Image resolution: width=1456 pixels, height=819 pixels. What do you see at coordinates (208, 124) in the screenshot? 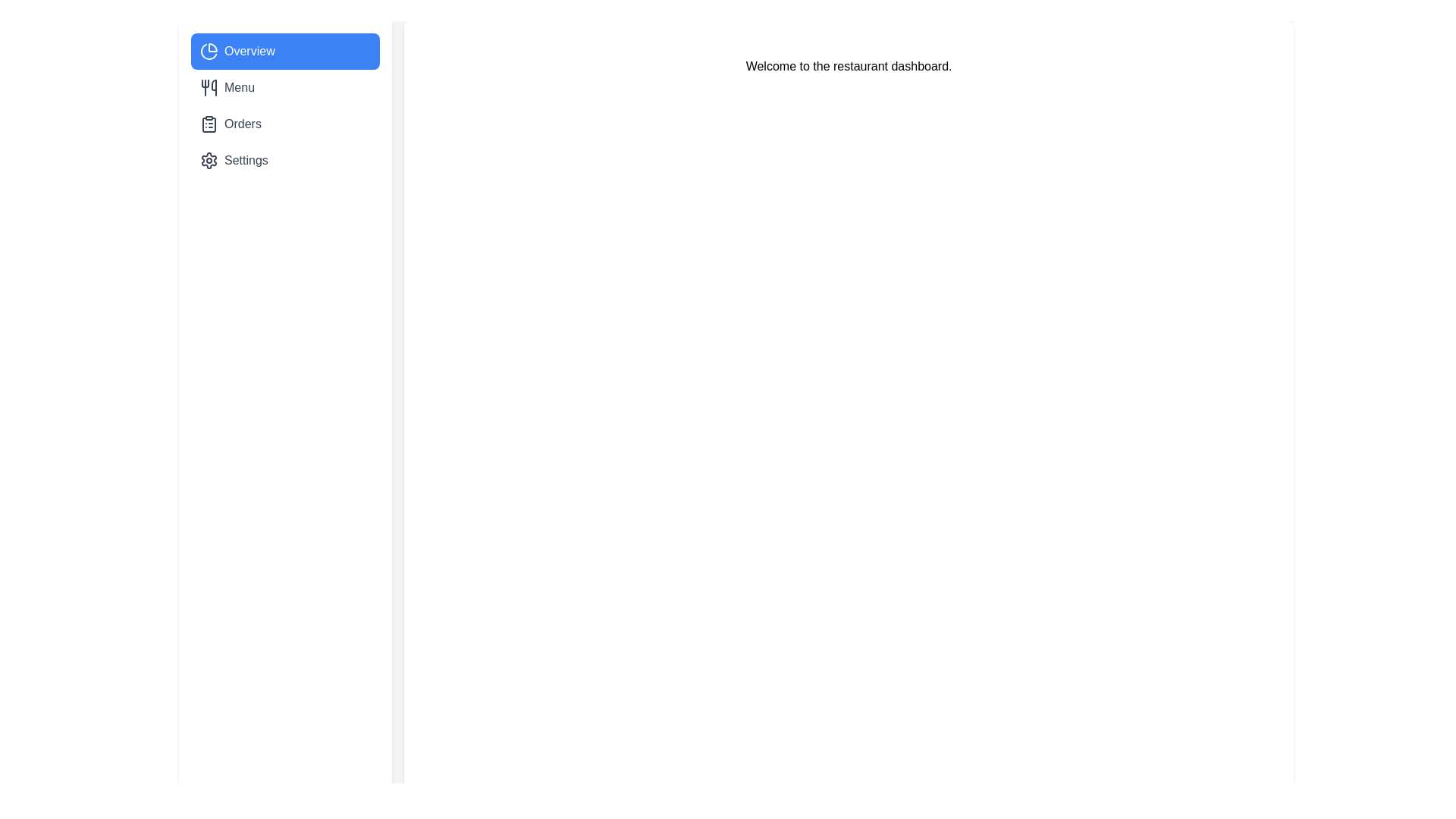
I see `the small clipboard icon located to the left of the 'Orders' text in the navigation menu` at bounding box center [208, 124].